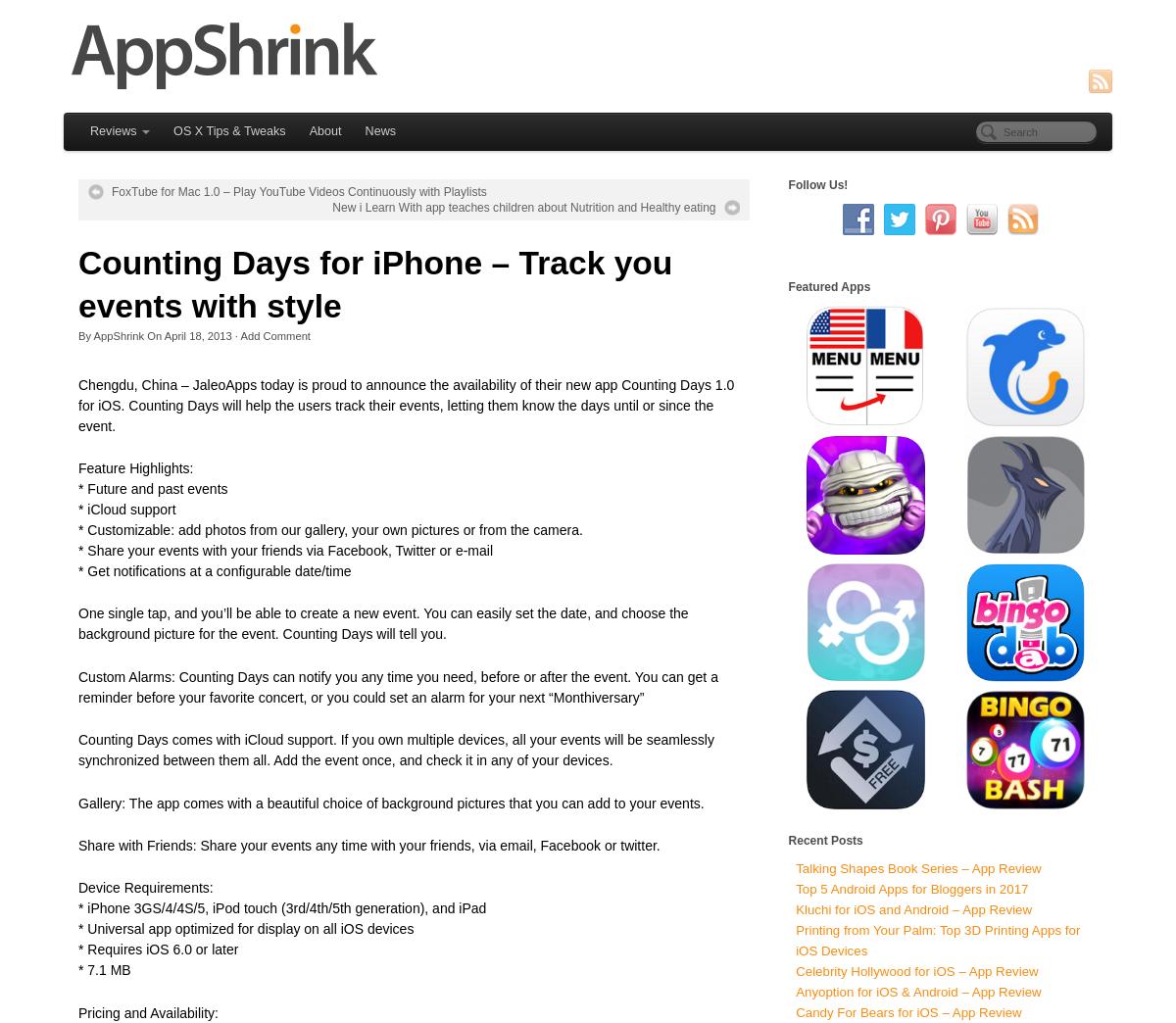 Image resolution: width=1176 pixels, height=1023 pixels. Describe the element at coordinates (816, 183) in the screenshot. I see `'Follow Us!'` at that location.